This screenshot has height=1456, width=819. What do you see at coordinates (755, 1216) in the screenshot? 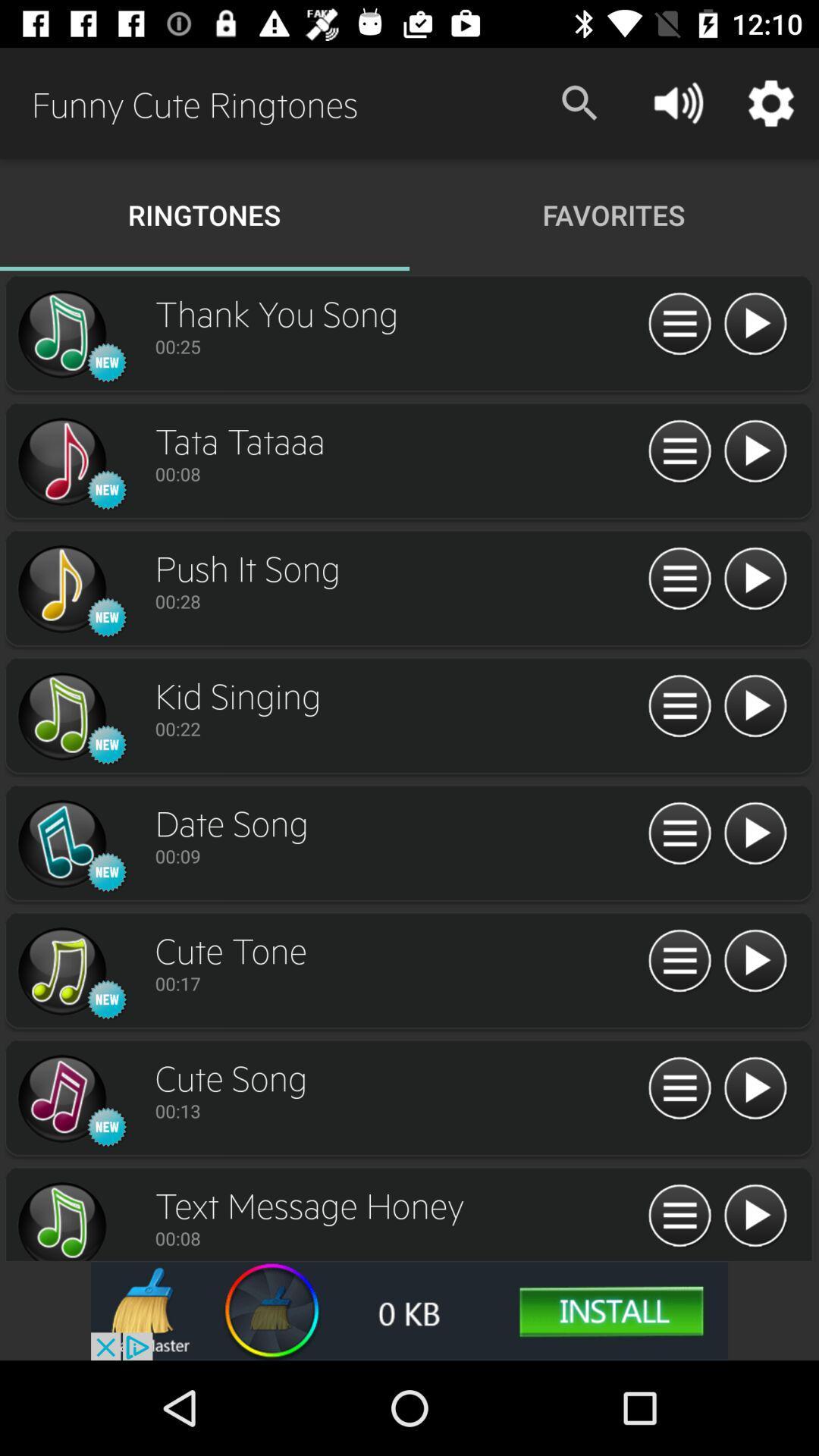
I see `button` at bounding box center [755, 1216].